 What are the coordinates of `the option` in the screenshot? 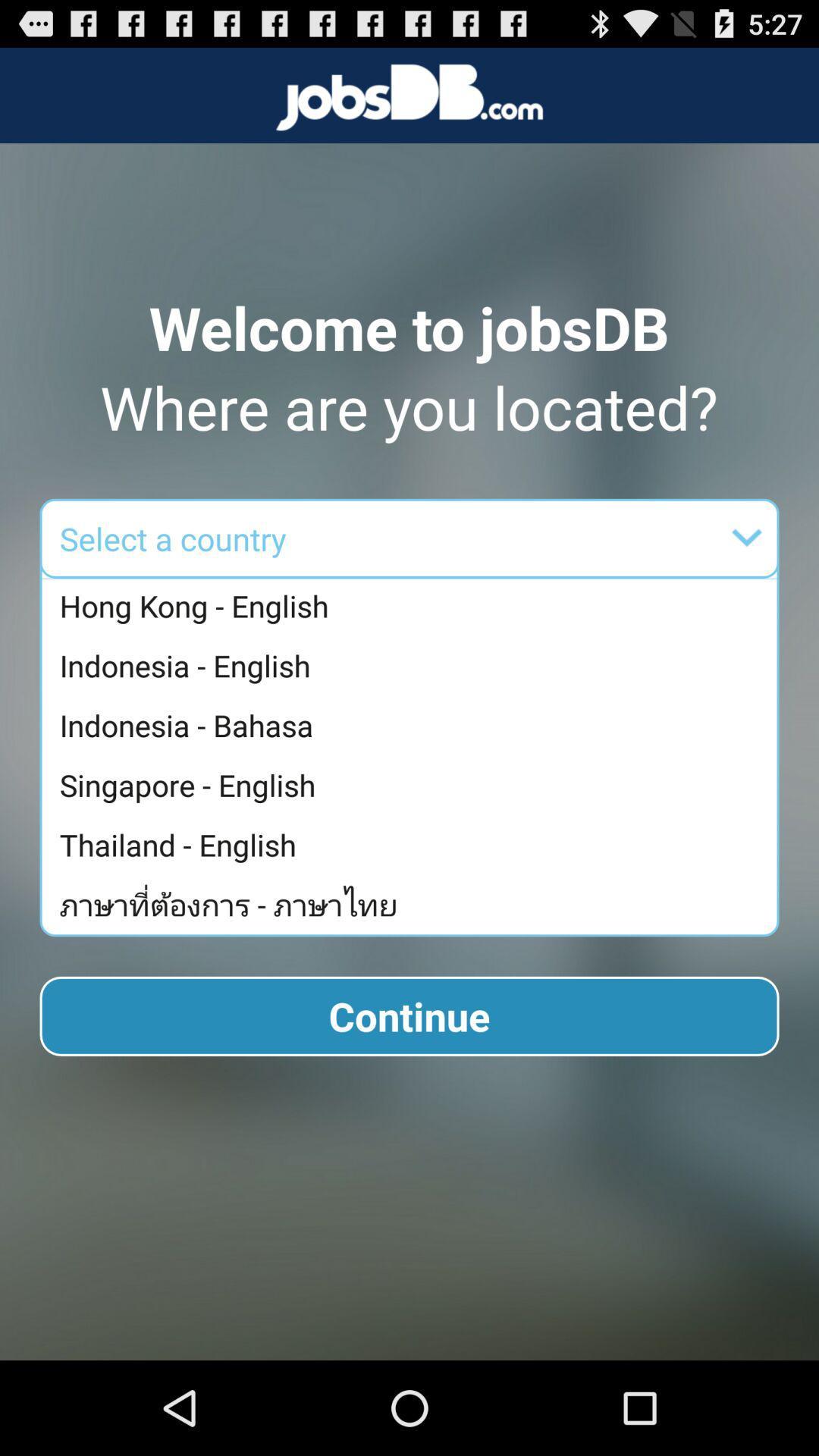 It's located at (507, 538).